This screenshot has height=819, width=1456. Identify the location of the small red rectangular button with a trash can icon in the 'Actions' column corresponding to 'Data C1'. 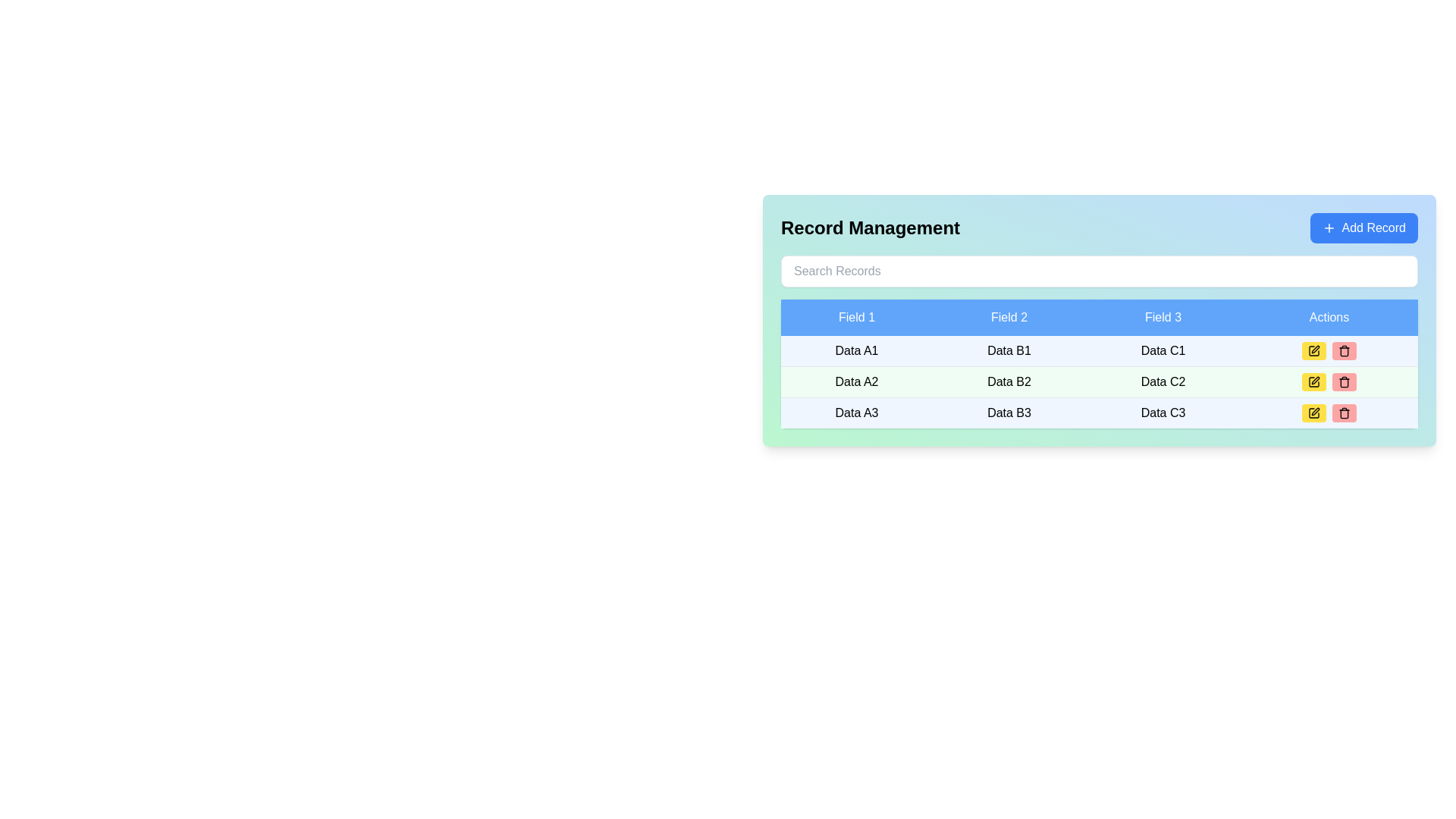
(1344, 350).